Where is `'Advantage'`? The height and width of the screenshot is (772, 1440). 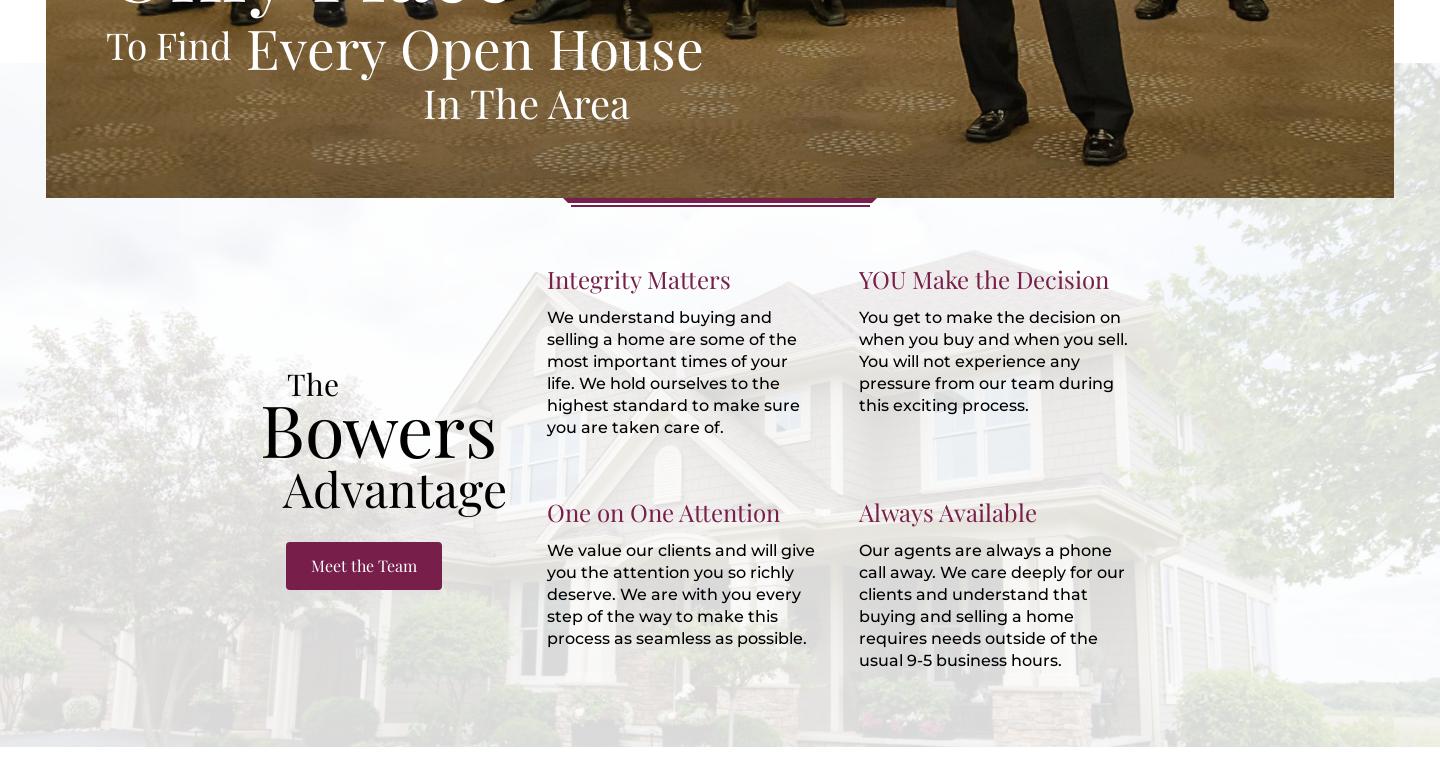 'Advantage' is located at coordinates (392, 486).